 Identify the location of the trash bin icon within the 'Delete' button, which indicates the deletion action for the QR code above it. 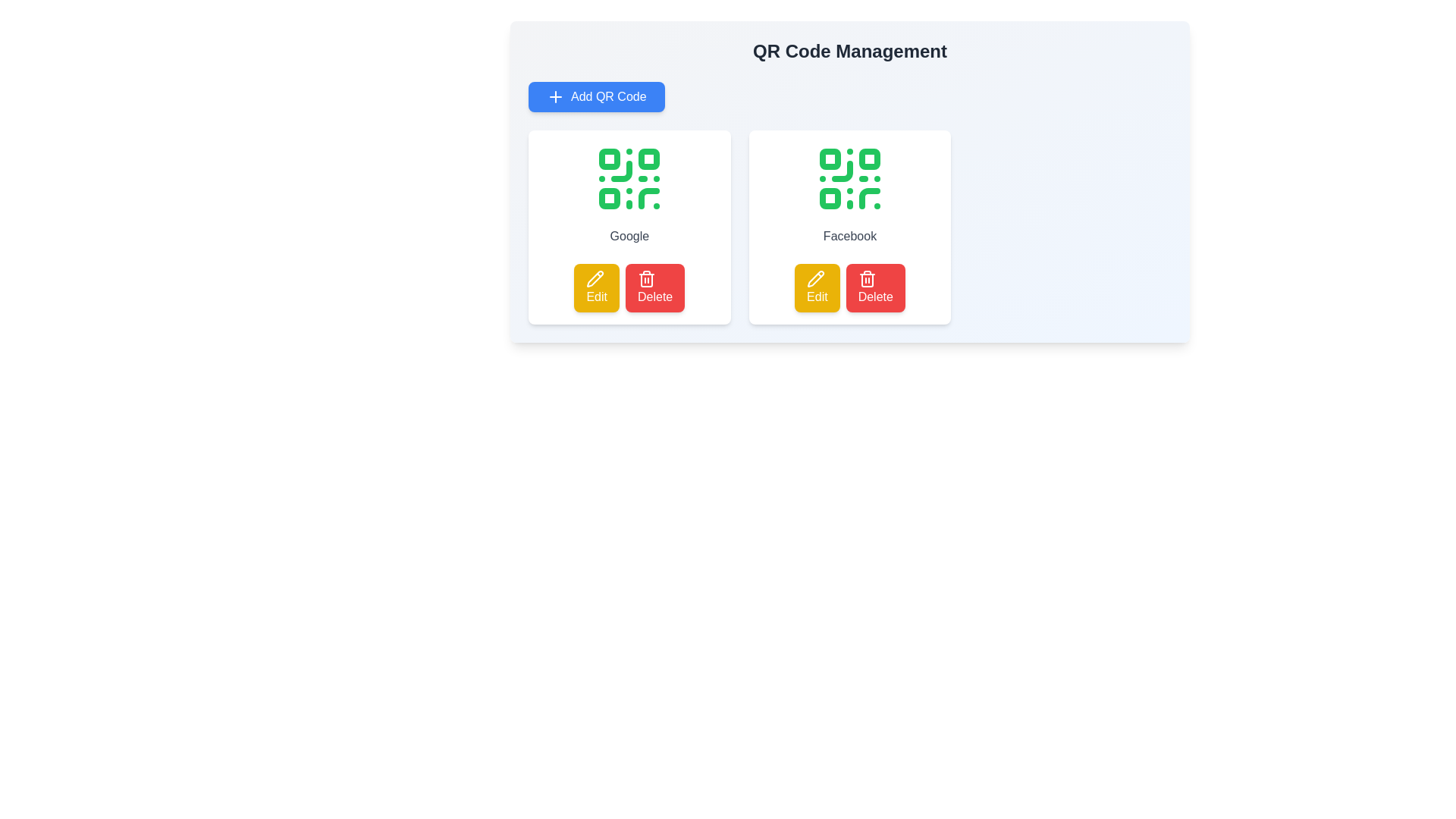
(647, 278).